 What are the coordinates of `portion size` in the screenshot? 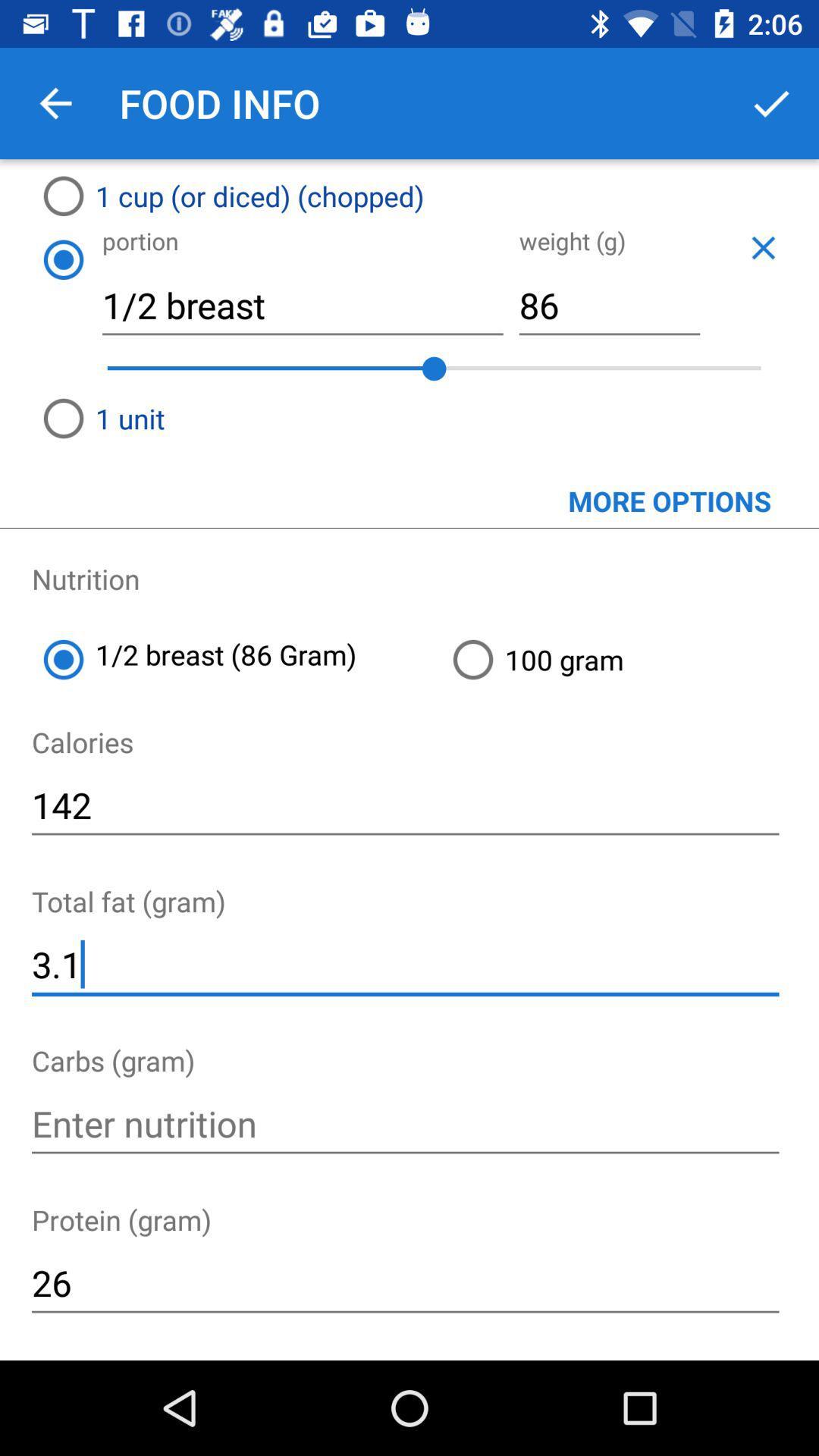 It's located at (62, 259).